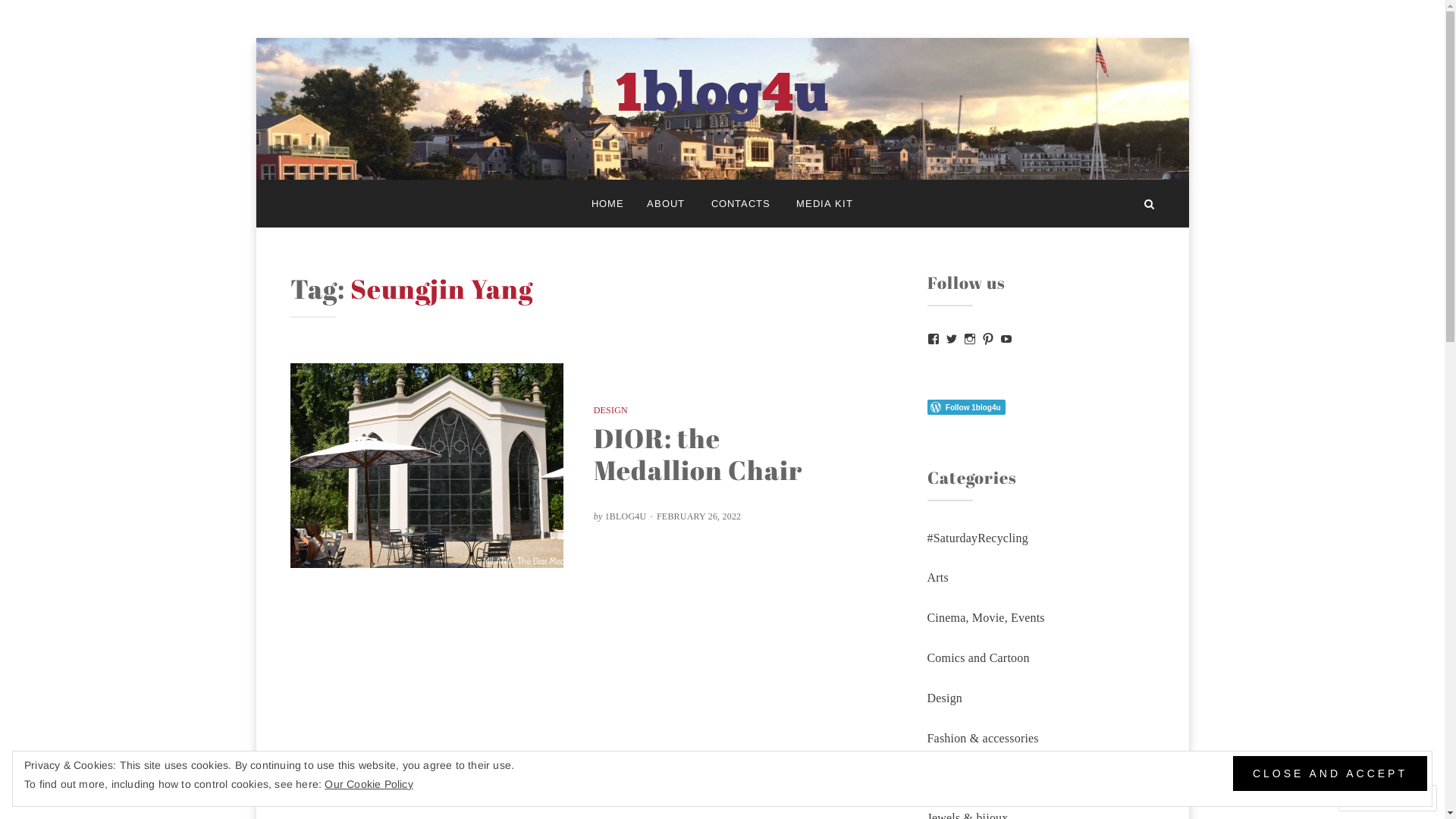  What do you see at coordinates (50, 17) in the screenshot?
I see `'Search'` at bounding box center [50, 17].